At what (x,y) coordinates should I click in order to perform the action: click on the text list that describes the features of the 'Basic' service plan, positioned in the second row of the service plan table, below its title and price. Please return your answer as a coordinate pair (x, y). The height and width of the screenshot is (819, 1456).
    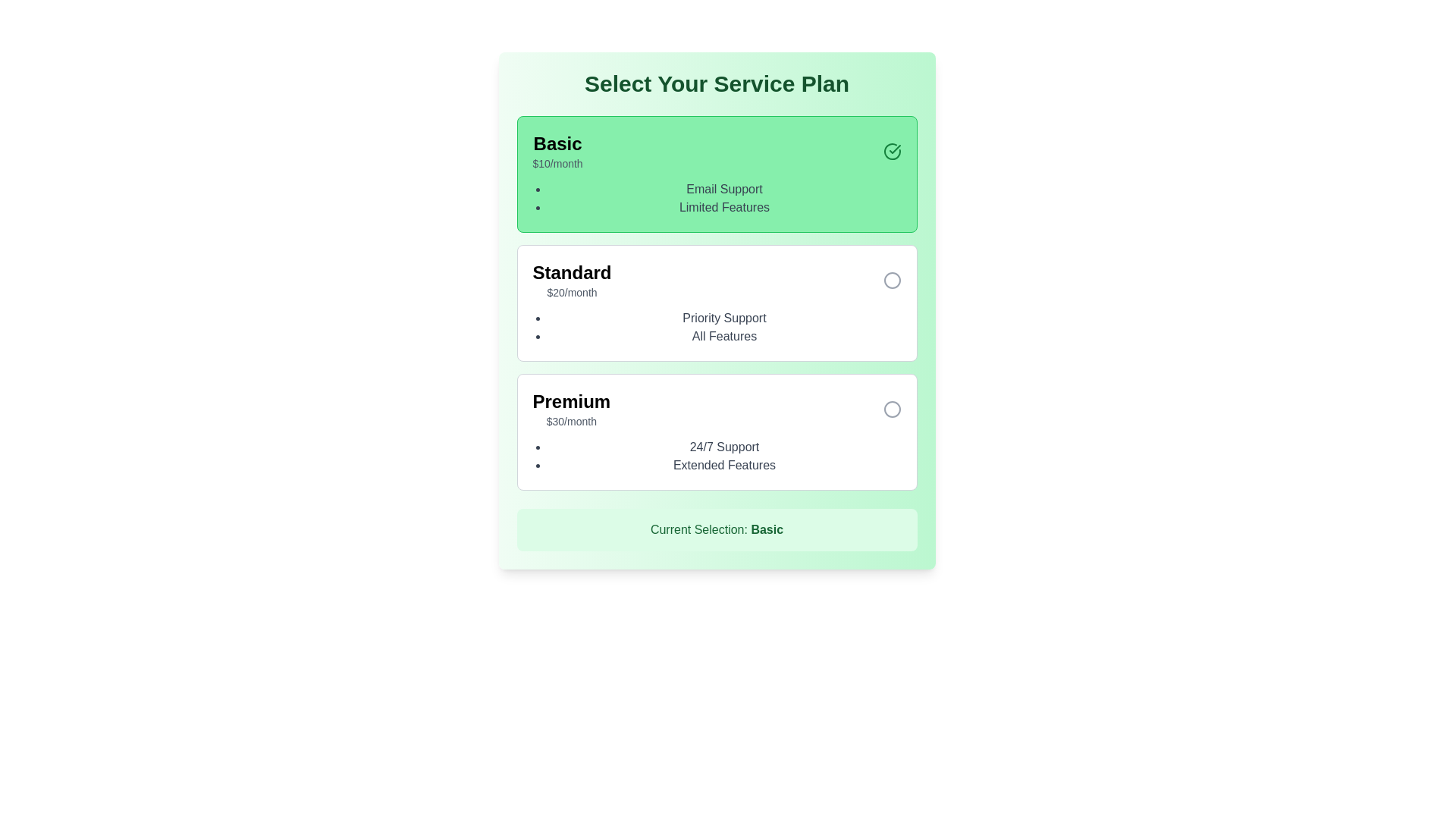
    Looking at the image, I should click on (716, 198).